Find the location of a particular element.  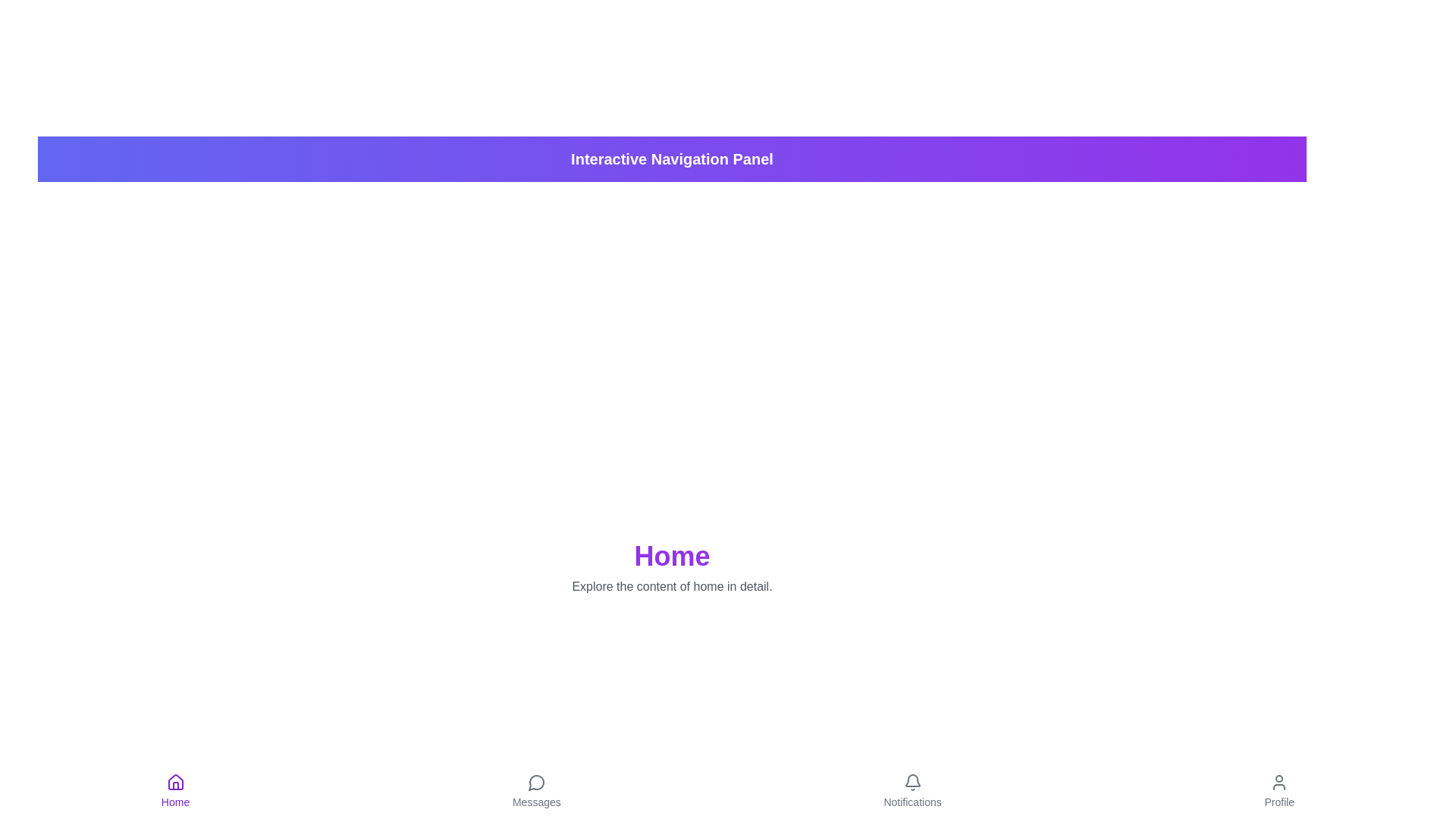

the Home navigation icon to trigger its visual feedback is located at coordinates (175, 791).